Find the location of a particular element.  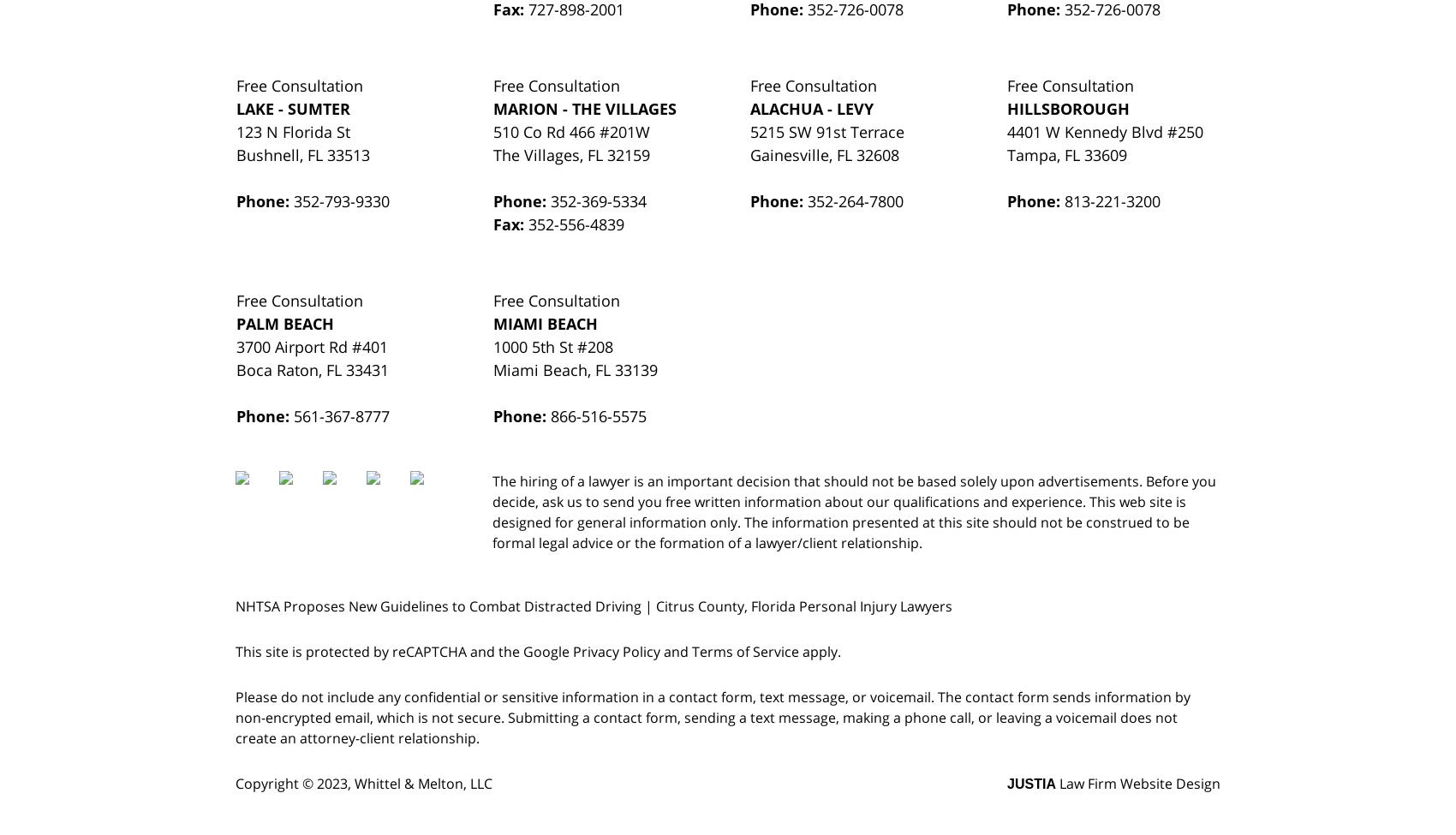

'Privacy Policy' is located at coordinates (572, 650).